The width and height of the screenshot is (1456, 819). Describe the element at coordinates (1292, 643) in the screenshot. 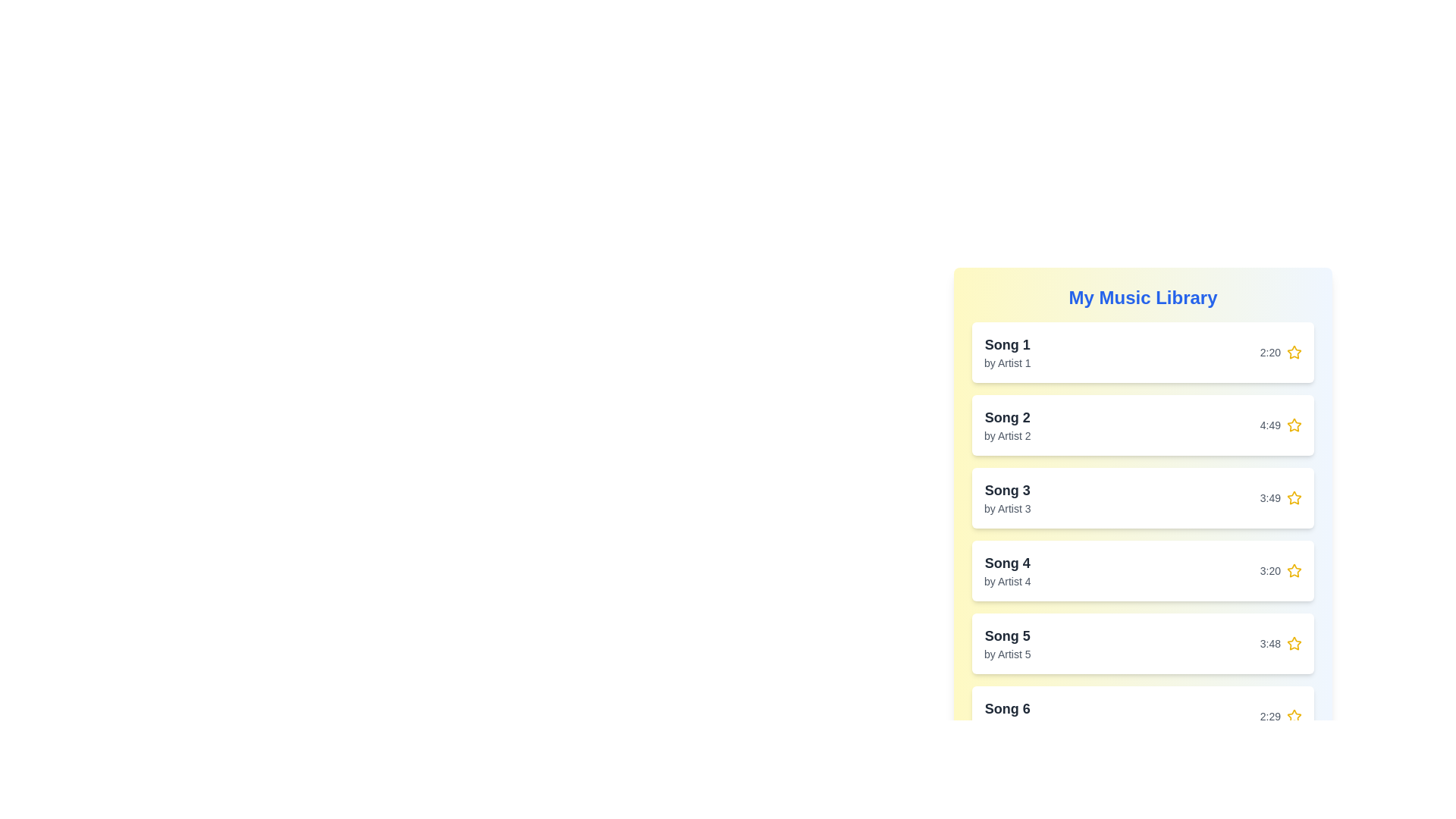

I see `the interactive star icon located to the far-right of the fifth row in the 'My Music Library' section` at that location.